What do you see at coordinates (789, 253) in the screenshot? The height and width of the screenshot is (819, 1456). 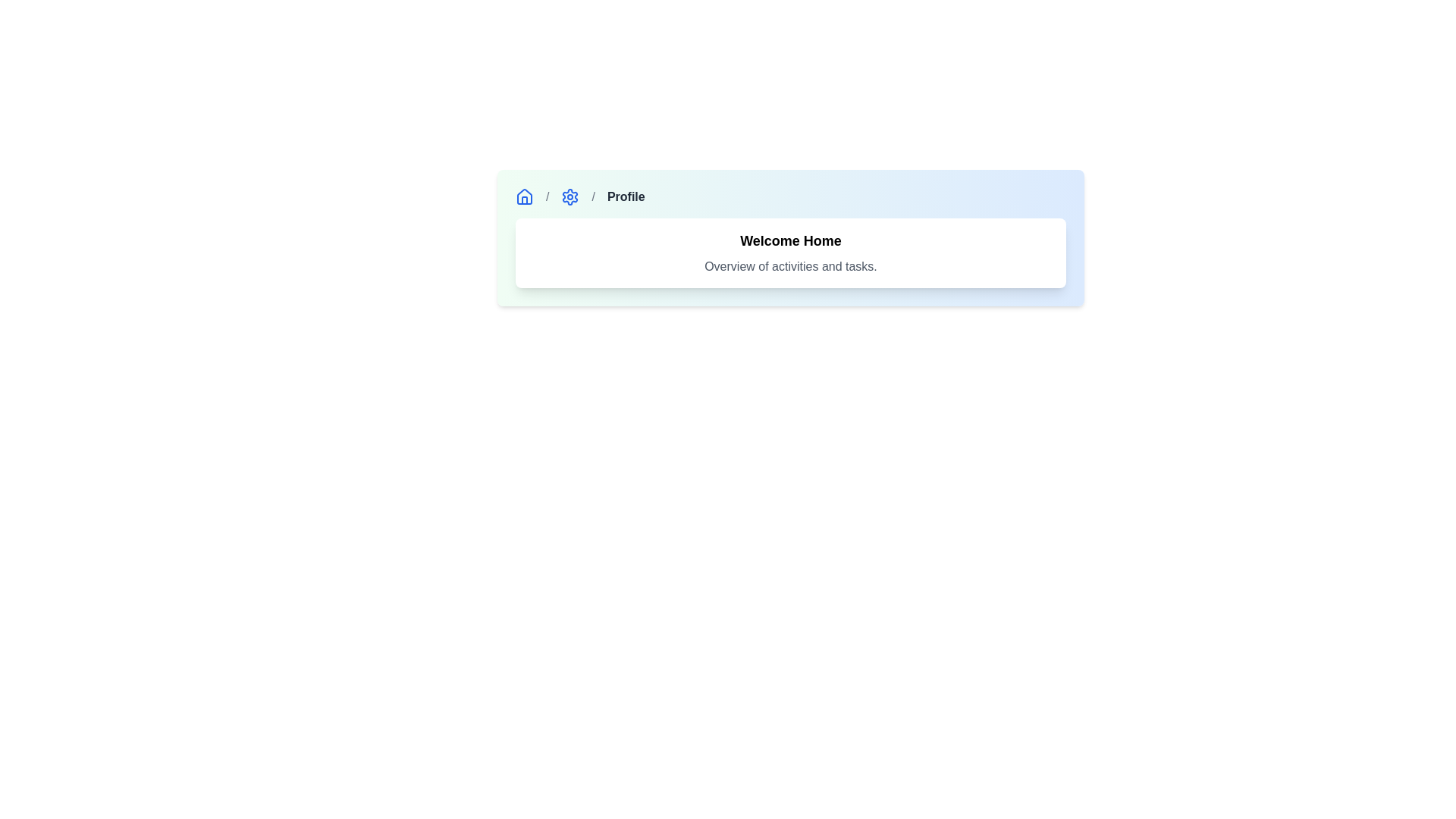 I see `the 'Welcome Home' text label group, which features a bold first line and a smaller second line on a white rounded rectangular background` at bounding box center [789, 253].